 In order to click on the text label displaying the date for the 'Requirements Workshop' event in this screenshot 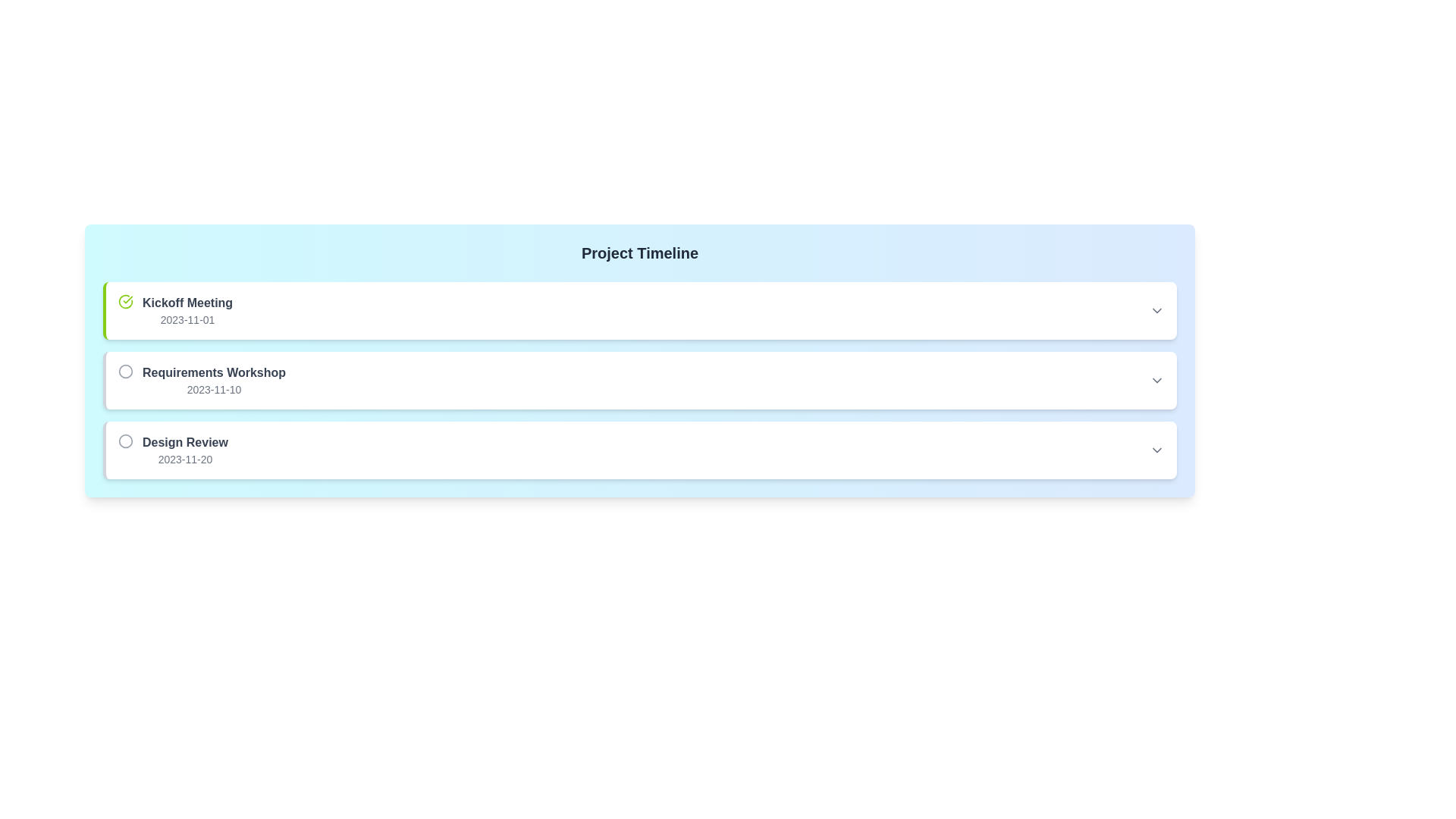, I will do `click(213, 388)`.